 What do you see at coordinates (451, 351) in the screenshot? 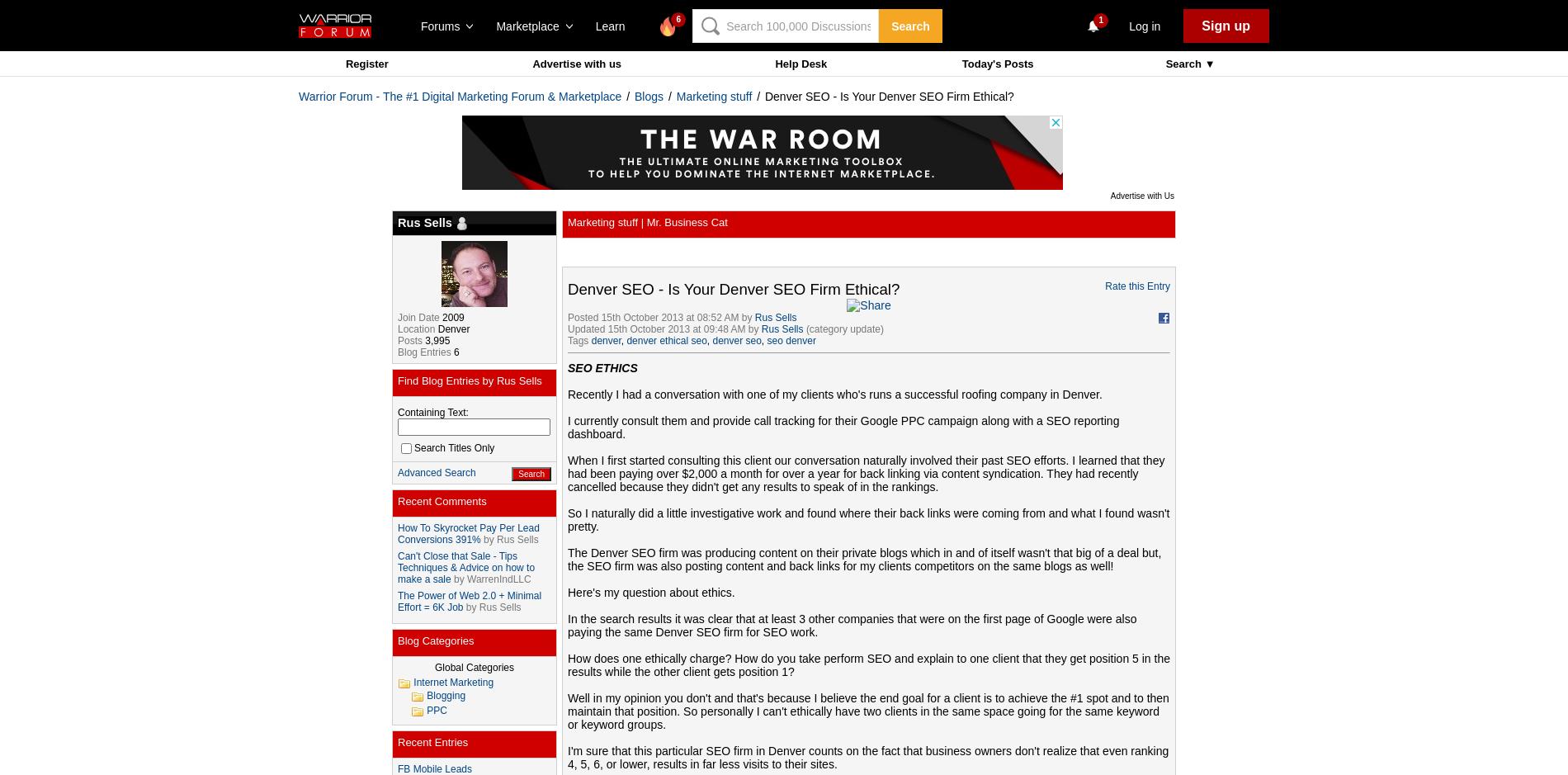
I see `'6'` at bounding box center [451, 351].